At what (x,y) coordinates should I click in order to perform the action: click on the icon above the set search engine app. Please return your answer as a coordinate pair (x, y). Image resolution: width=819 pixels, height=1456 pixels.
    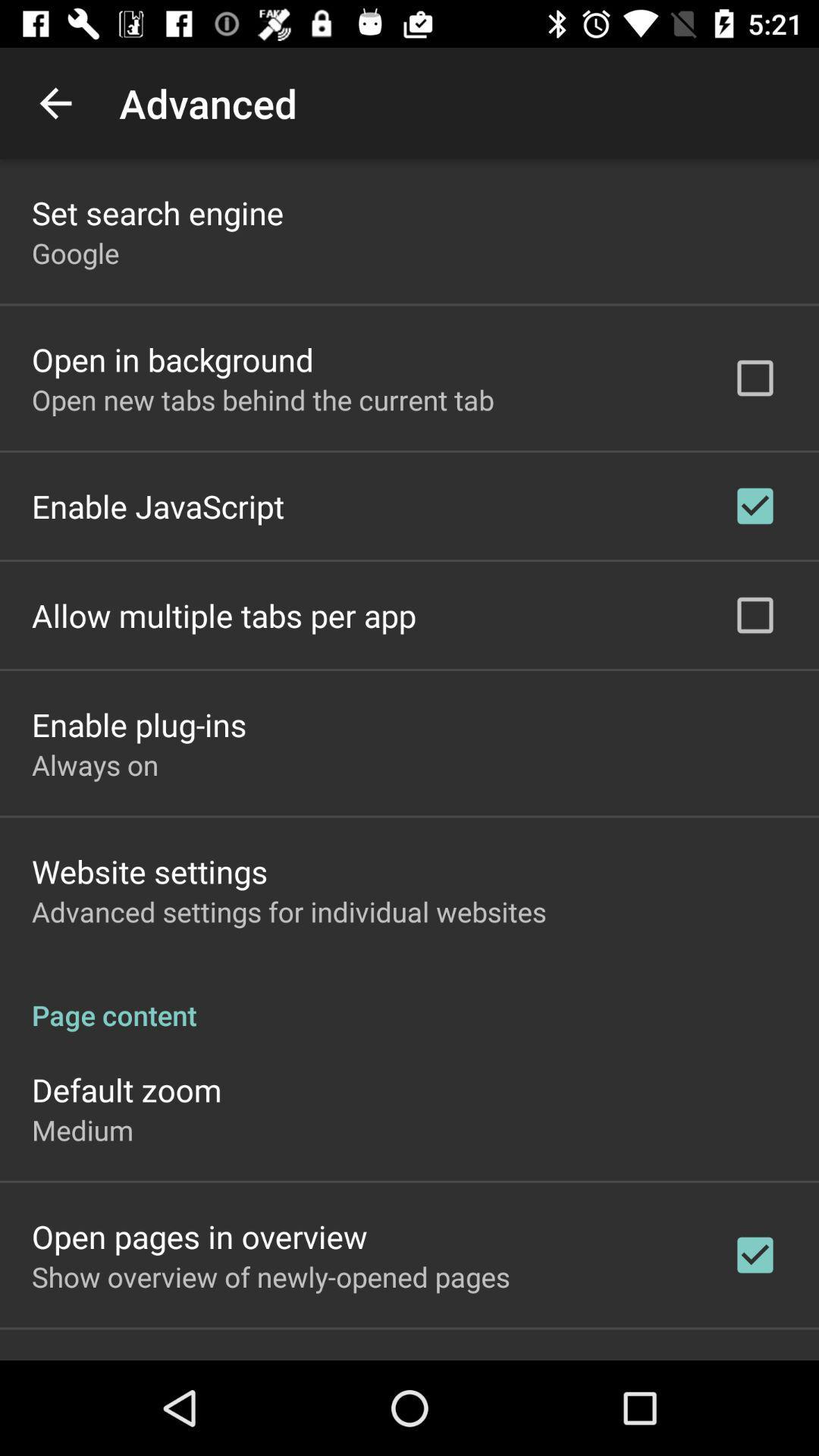
    Looking at the image, I should click on (55, 102).